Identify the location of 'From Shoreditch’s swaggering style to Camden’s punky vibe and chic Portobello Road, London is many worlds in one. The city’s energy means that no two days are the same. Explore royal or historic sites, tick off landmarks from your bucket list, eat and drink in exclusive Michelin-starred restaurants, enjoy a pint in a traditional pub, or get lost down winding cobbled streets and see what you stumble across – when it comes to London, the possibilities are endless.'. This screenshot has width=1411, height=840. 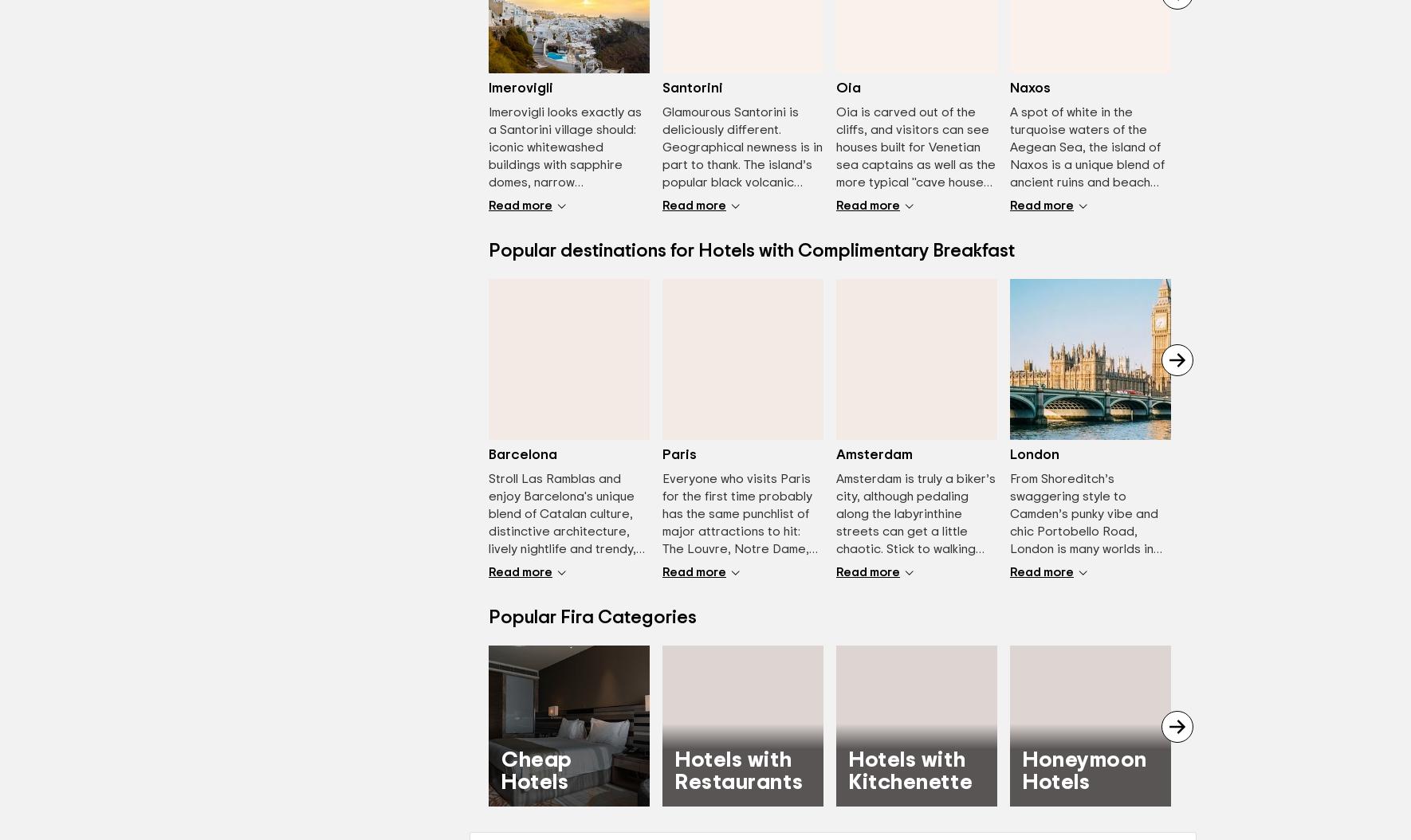
(1090, 636).